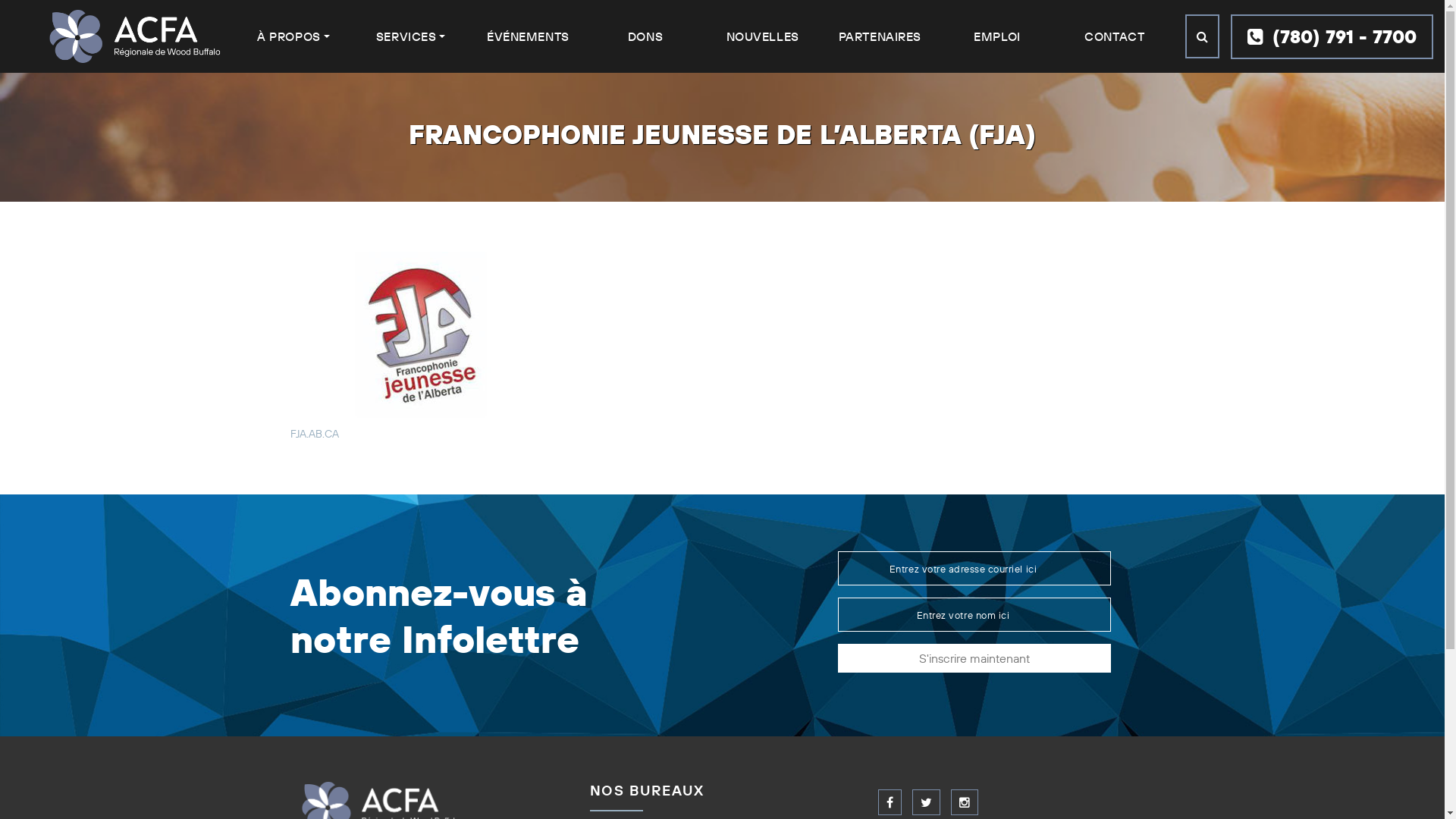 The width and height of the screenshot is (1456, 819). What do you see at coordinates (1331, 35) in the screenshot?
I see `'(780) 791 - 7700'` at bounding box center [1331, 35].